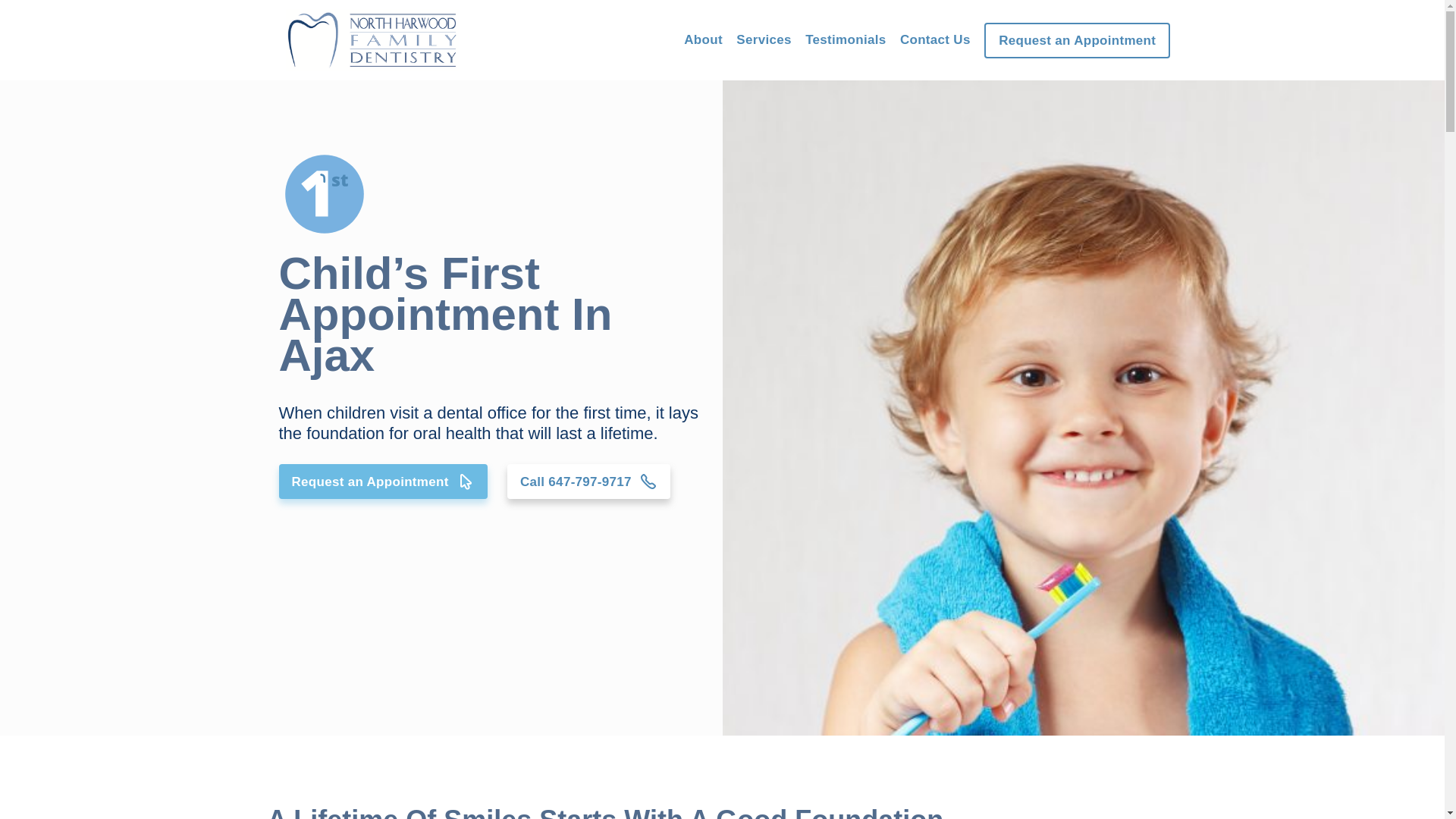 The image size is (1456, 819). I want to click on 'Testimonials', so click(844, 39).